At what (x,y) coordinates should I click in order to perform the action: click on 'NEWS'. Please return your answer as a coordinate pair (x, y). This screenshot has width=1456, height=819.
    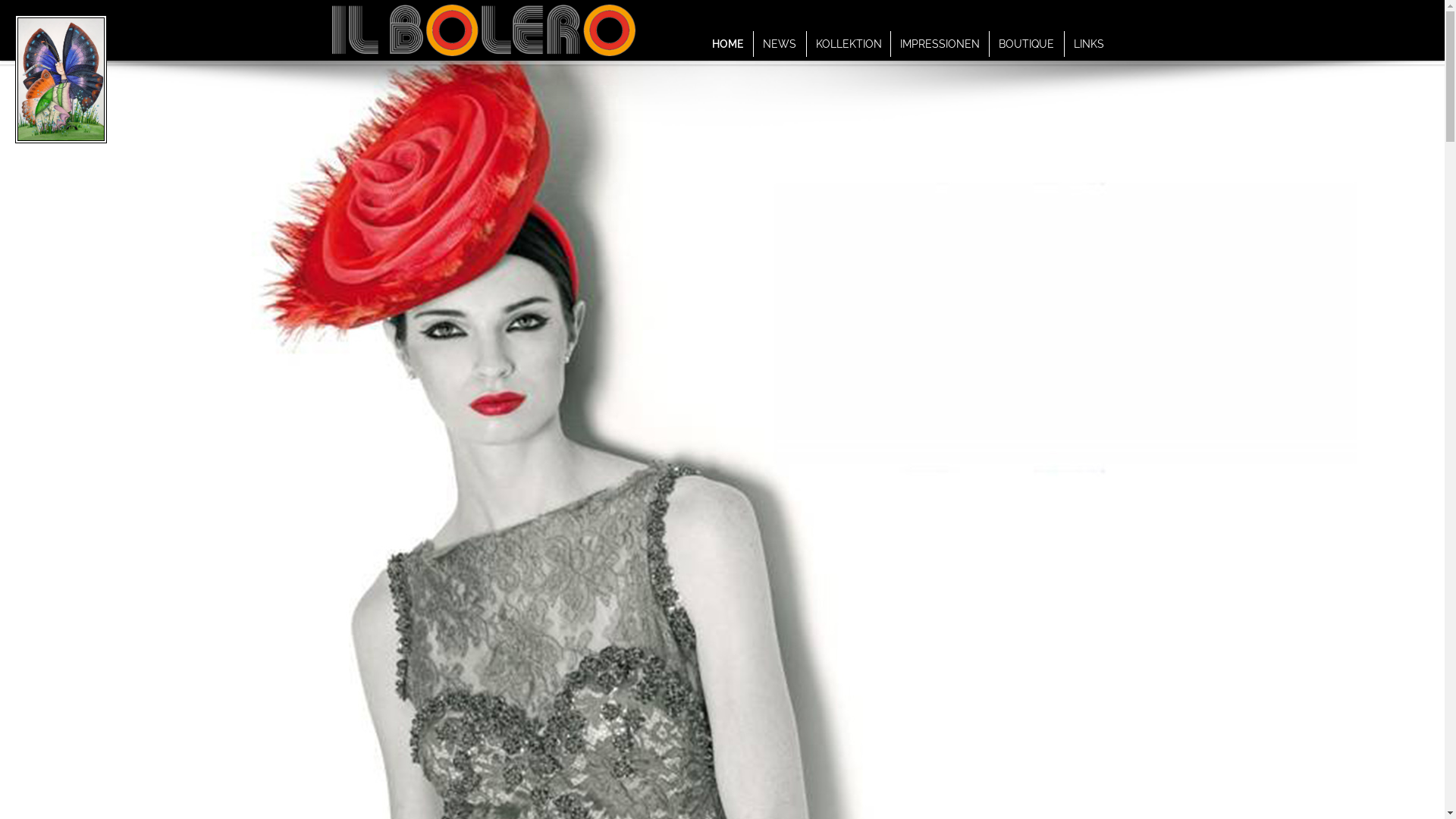
    Looking at the image, I should click on (780, 42).